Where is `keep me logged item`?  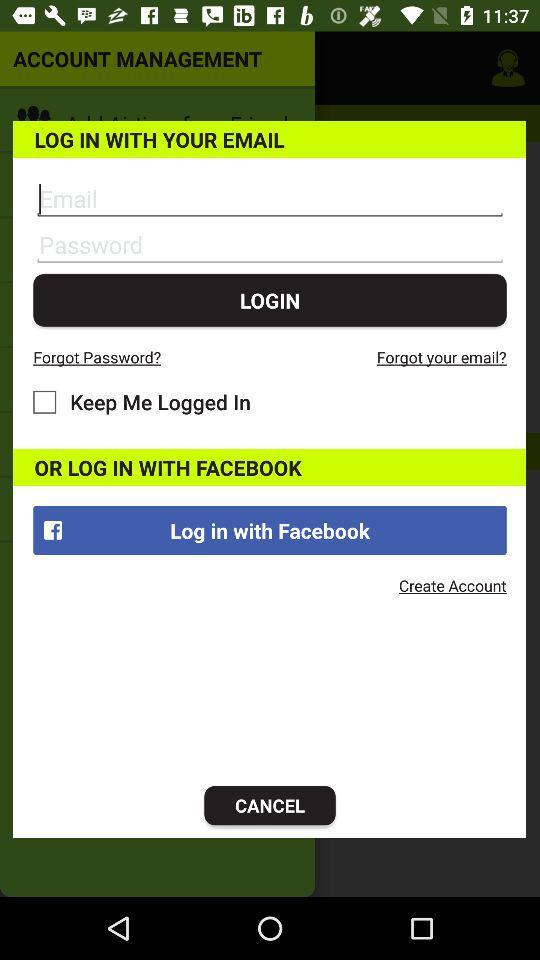 keep me logged item is located at coordinates (141, 401).